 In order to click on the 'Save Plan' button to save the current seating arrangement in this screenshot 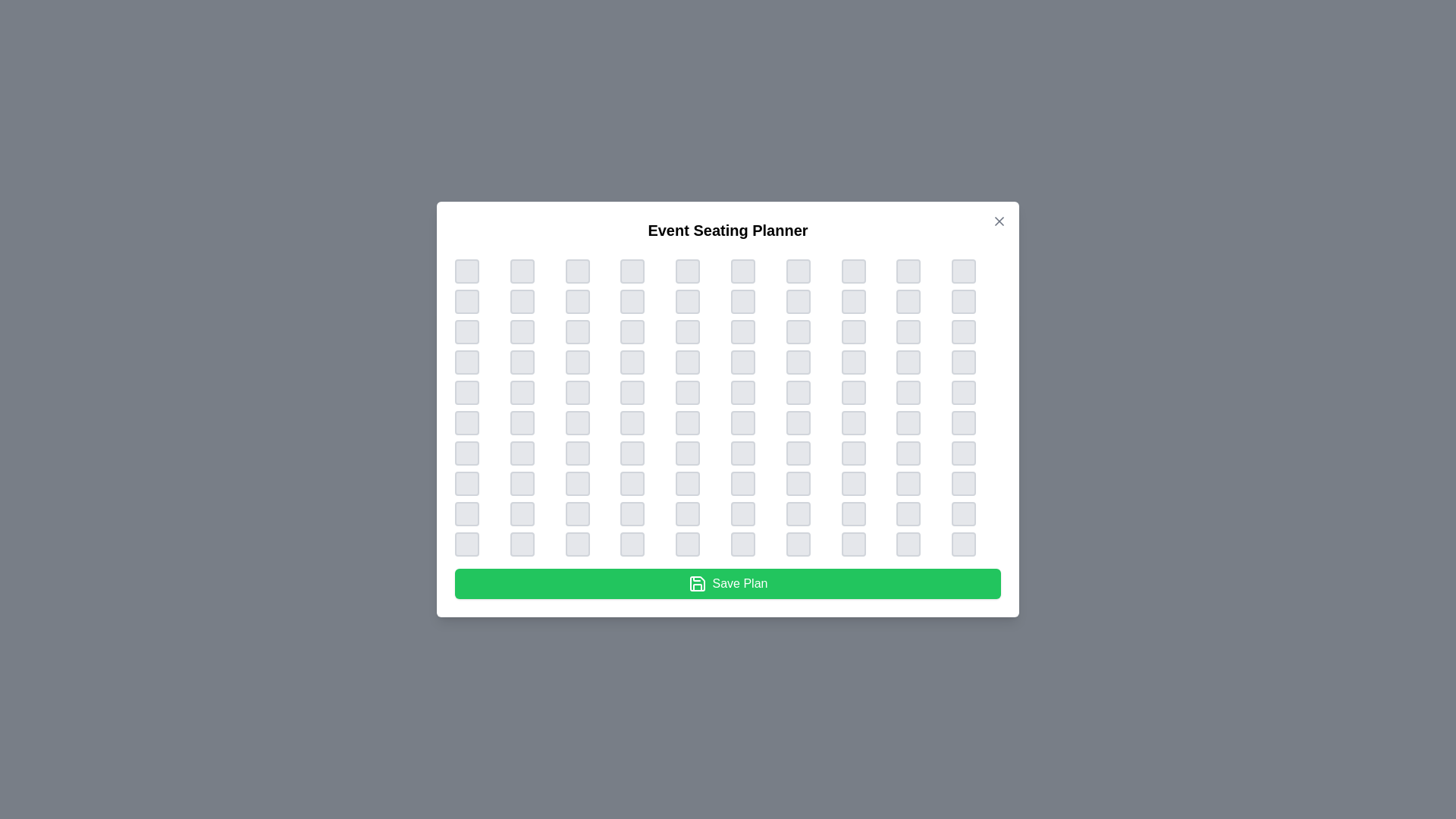, I will do `click(728, 583)`.